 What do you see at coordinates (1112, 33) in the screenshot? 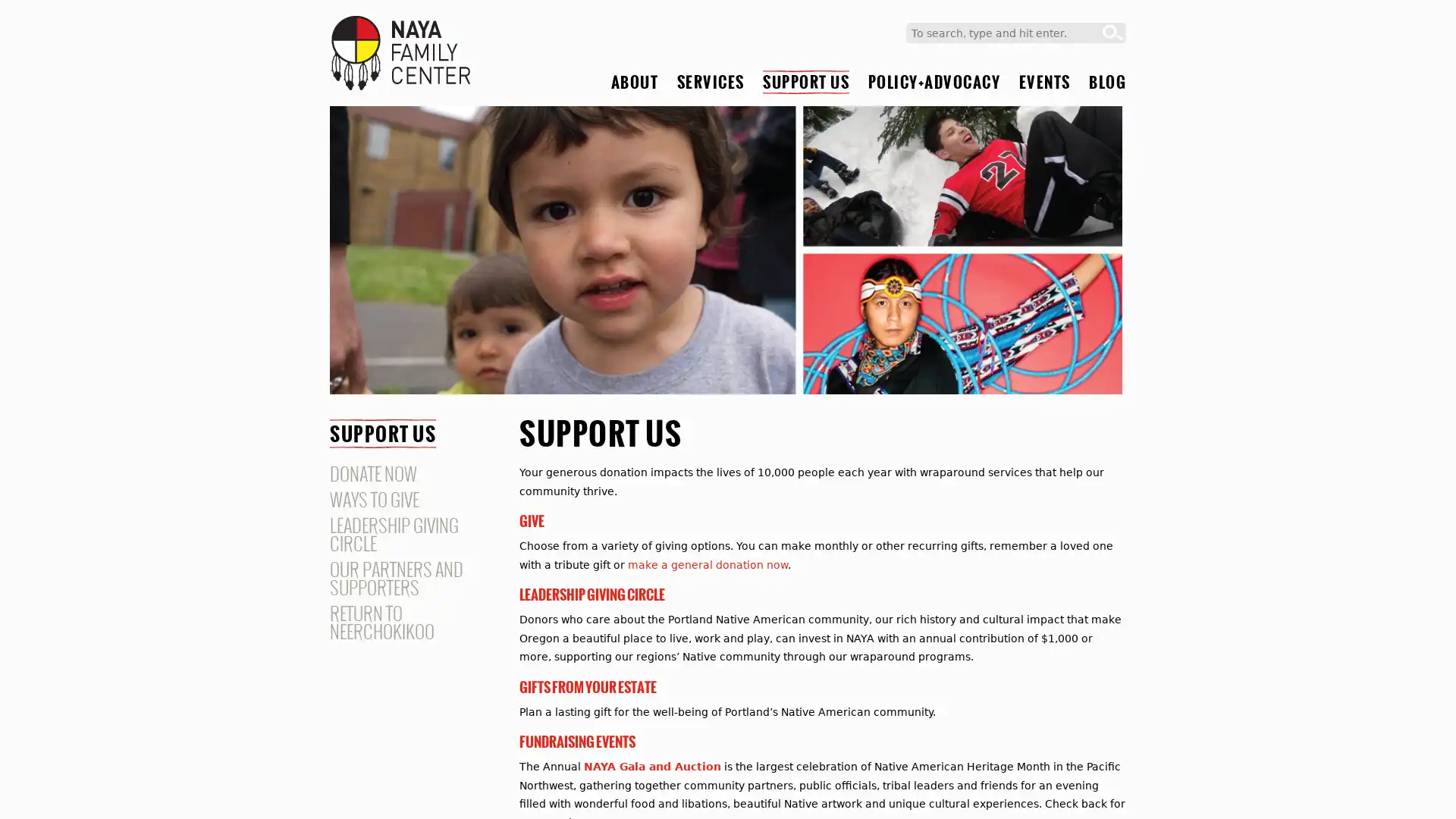
I see `Search` at bounding box center [1112, 33].